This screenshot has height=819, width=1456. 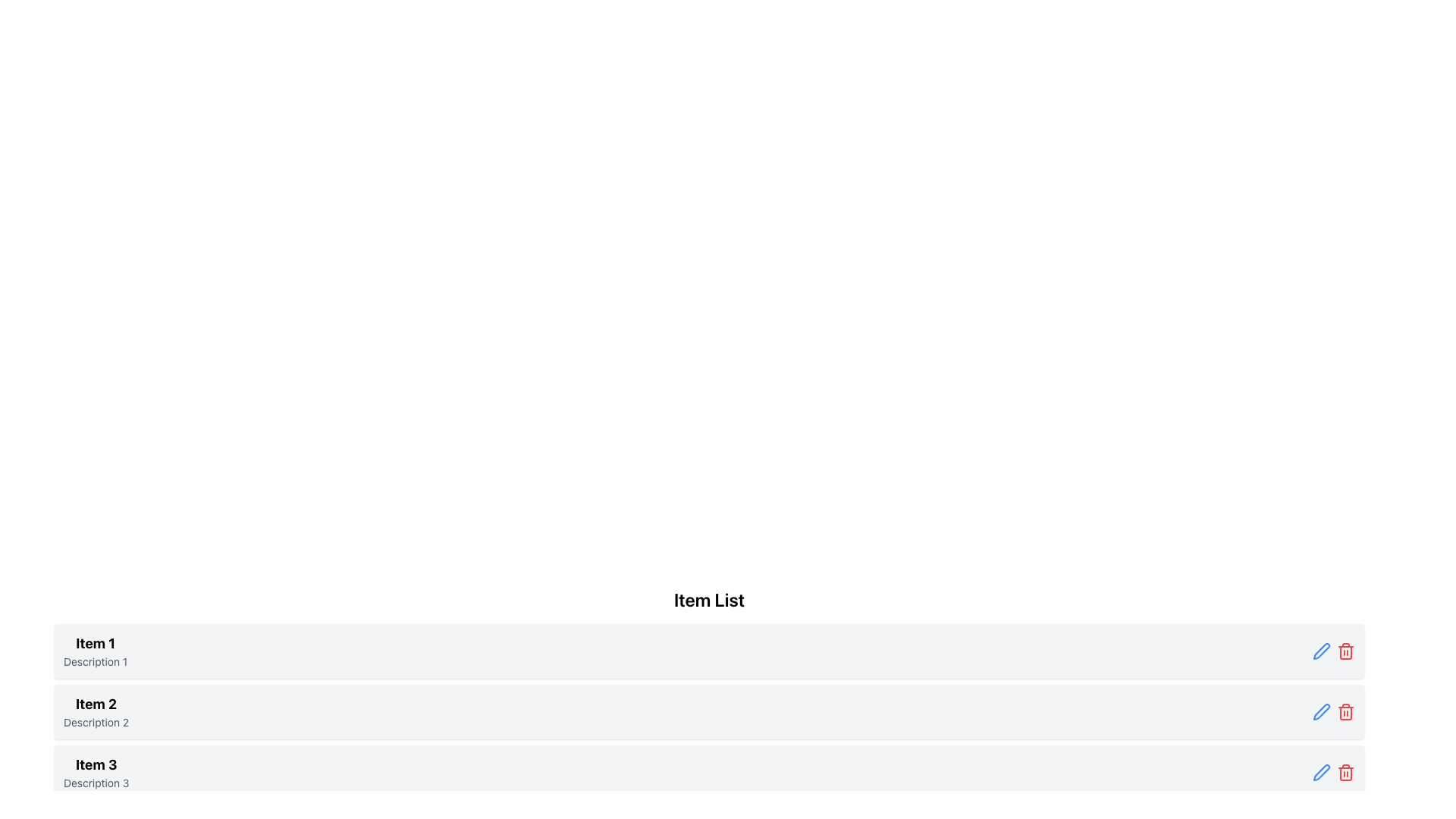 I want to click on the second item in the 'Item List' section to interact with it, so click(x=708, y=711).